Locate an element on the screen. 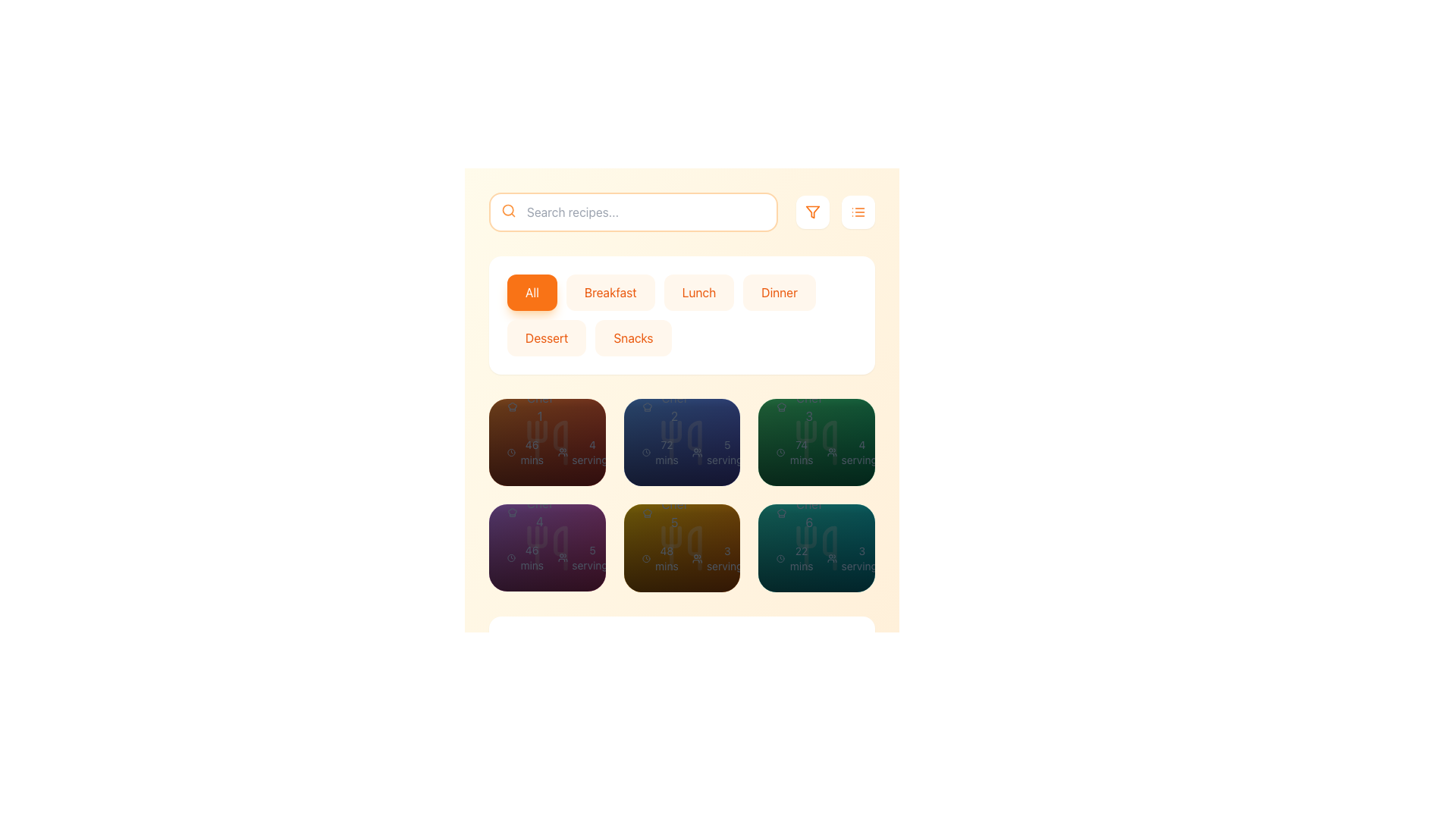 This screenshot has height=819, width=1456. the content of the text element displaying 'Chef 6', which is positioned within the sixth recipe card in the bottom row, third column is located at coordinates (800, 512).